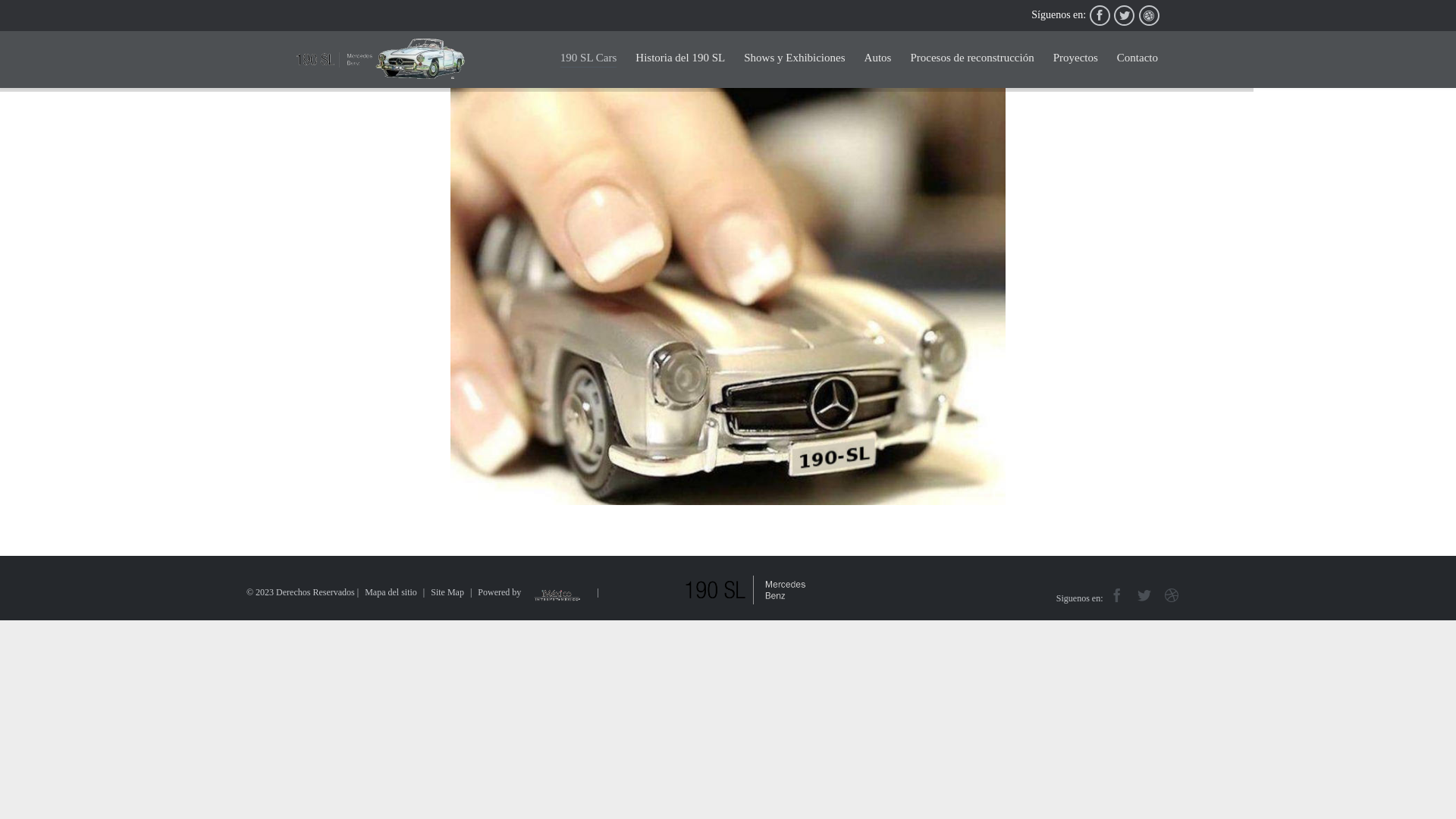 The height and width of the screenshot is (819, 1456). I want to click on 'Mercedes Benz 190 SL', so click(295, 58).